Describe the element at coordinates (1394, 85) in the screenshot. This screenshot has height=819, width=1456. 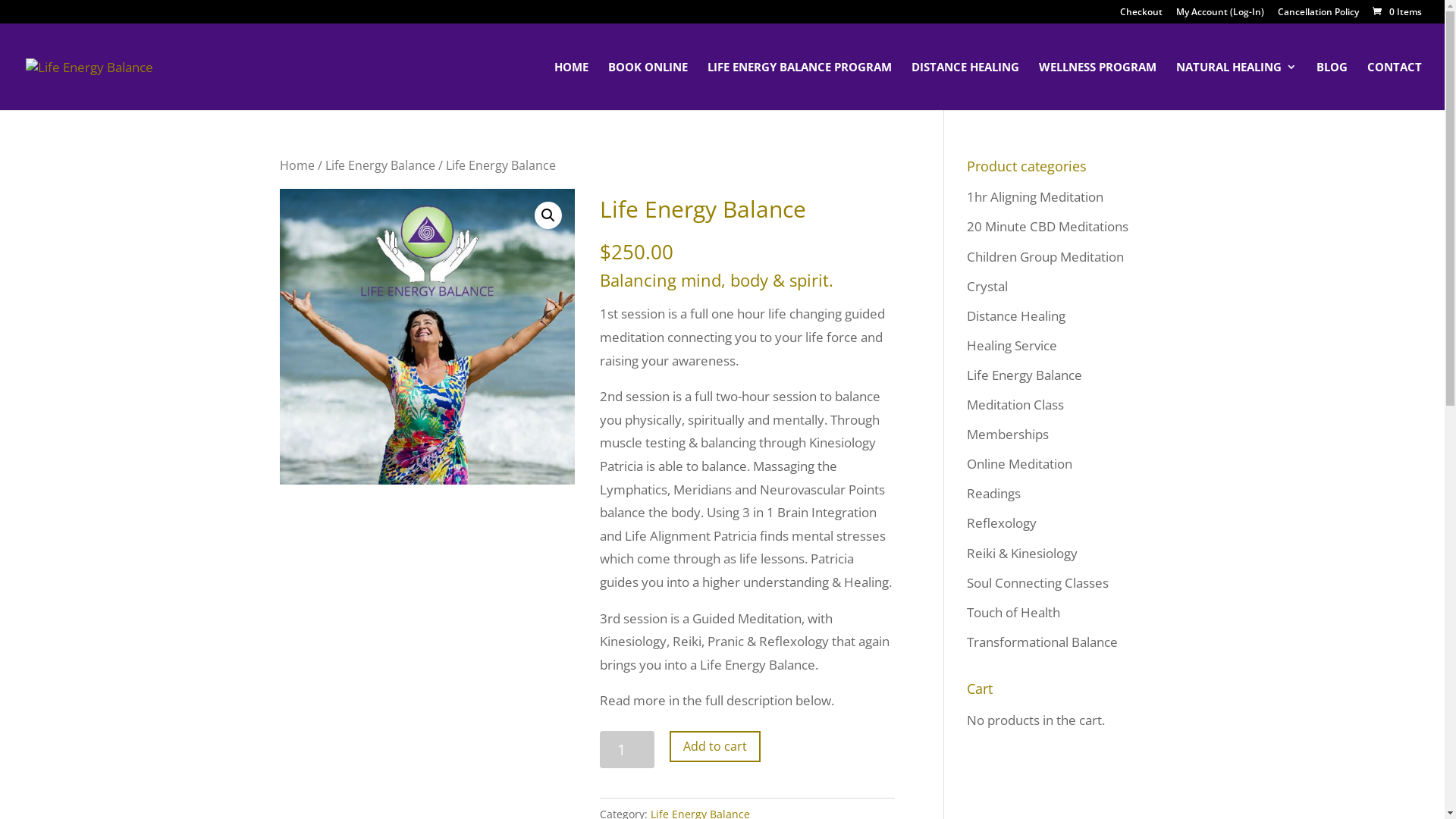
I see `'CONTACT'` at that location.